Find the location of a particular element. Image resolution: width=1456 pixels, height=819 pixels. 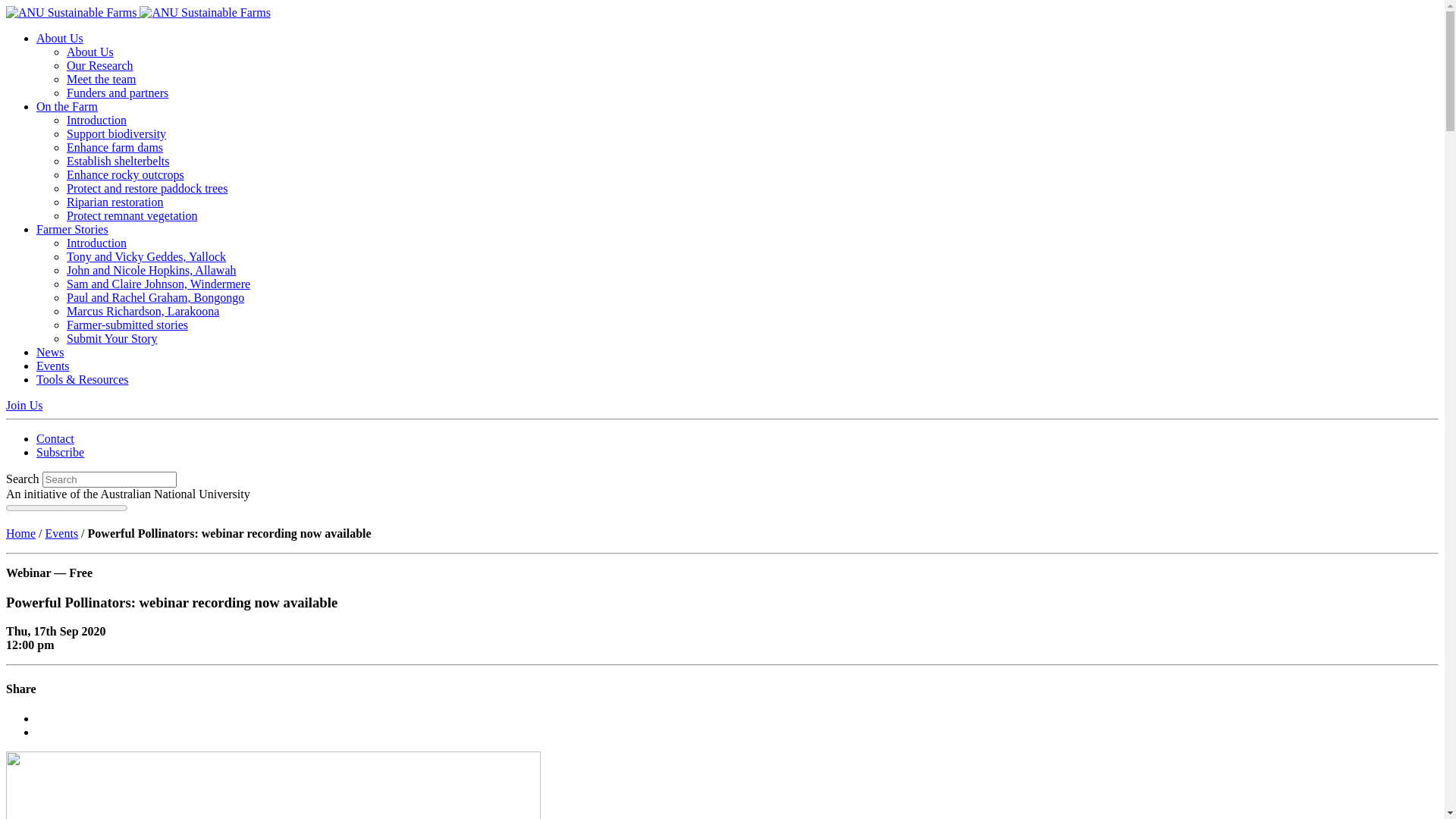

'Riparian restoration' is located at coordinates (65, 201).